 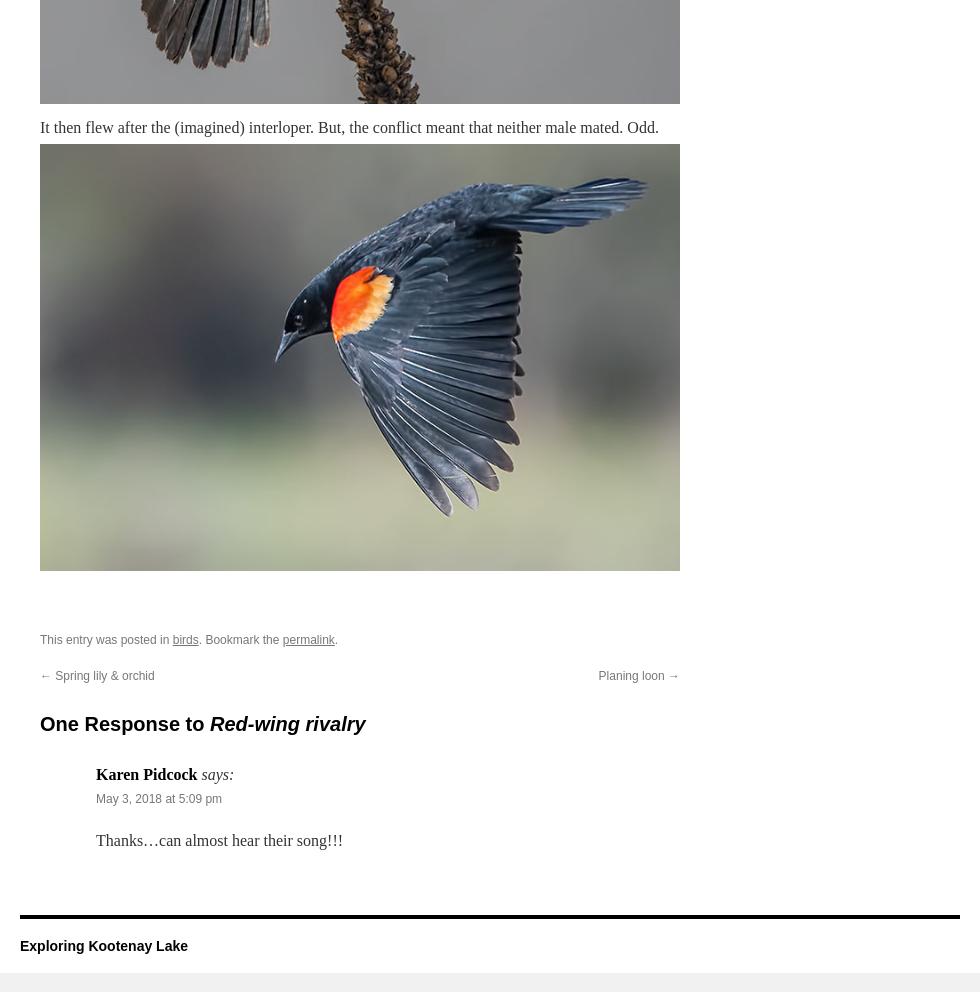 What do you see at coordinates (102, 673) in the screenshot?
I see `'Spring lily & orchid'` at bounding box center [102, 673].